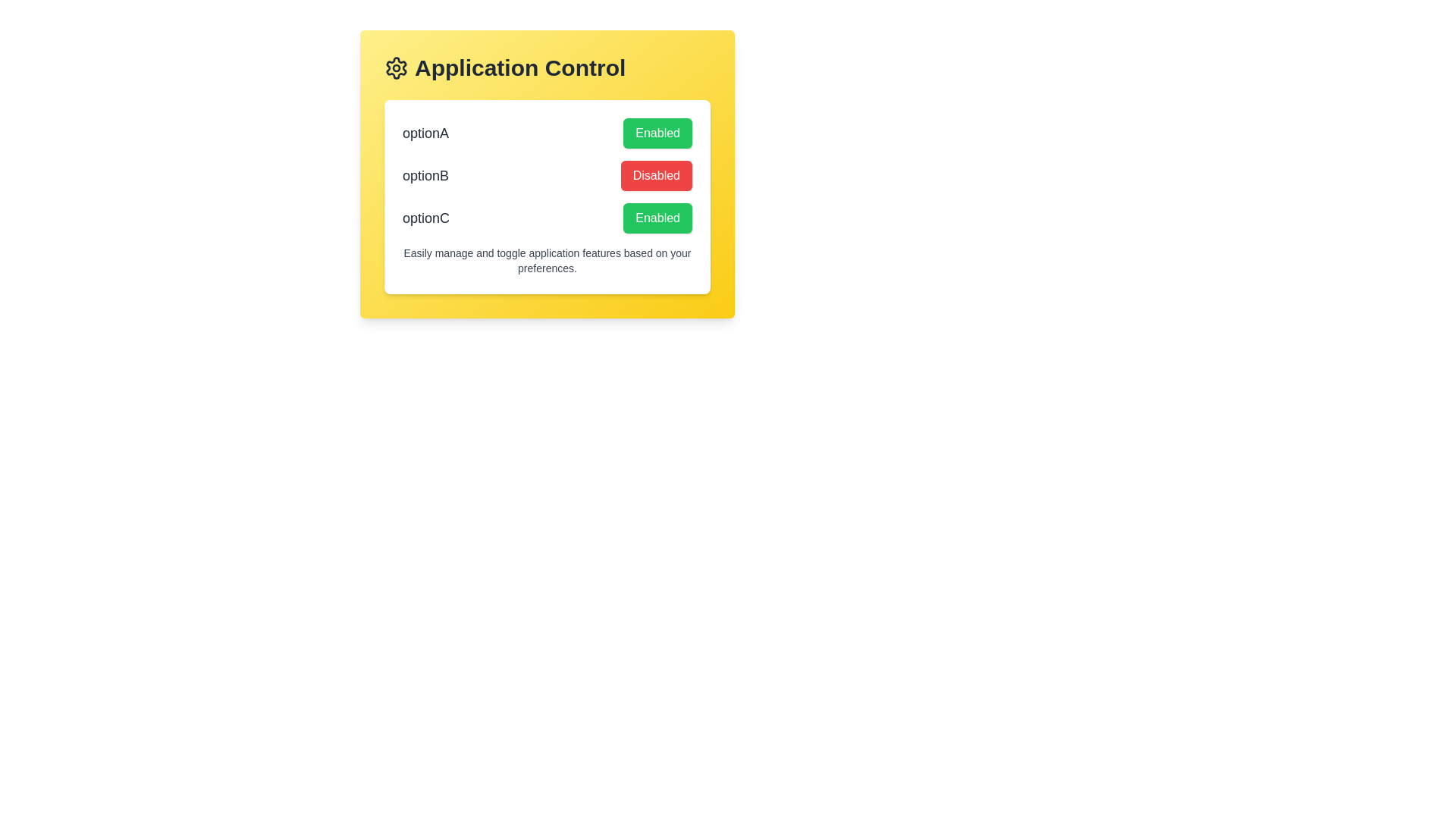 This screenshot has width=1456, height=819. Describe the element at coordinates (656, 174) in the screenshot. I see `the red button labeled 'Disabled' in the 'Application Control' settings panel, which is the second toggle button from the top in a vertical list aligned to the right of 'optionB'` at that location.